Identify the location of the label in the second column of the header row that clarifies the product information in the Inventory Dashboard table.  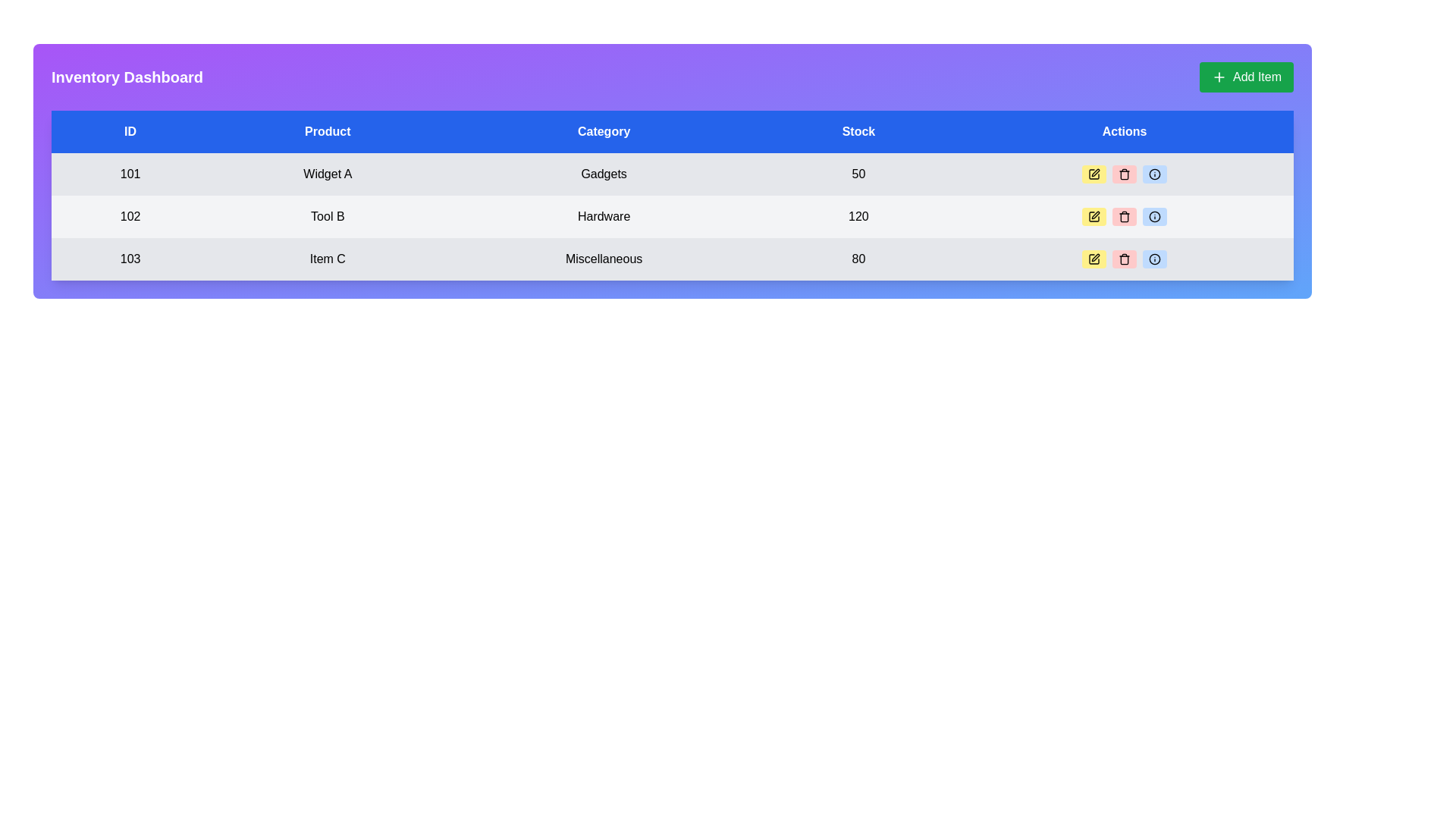
(327, 130).